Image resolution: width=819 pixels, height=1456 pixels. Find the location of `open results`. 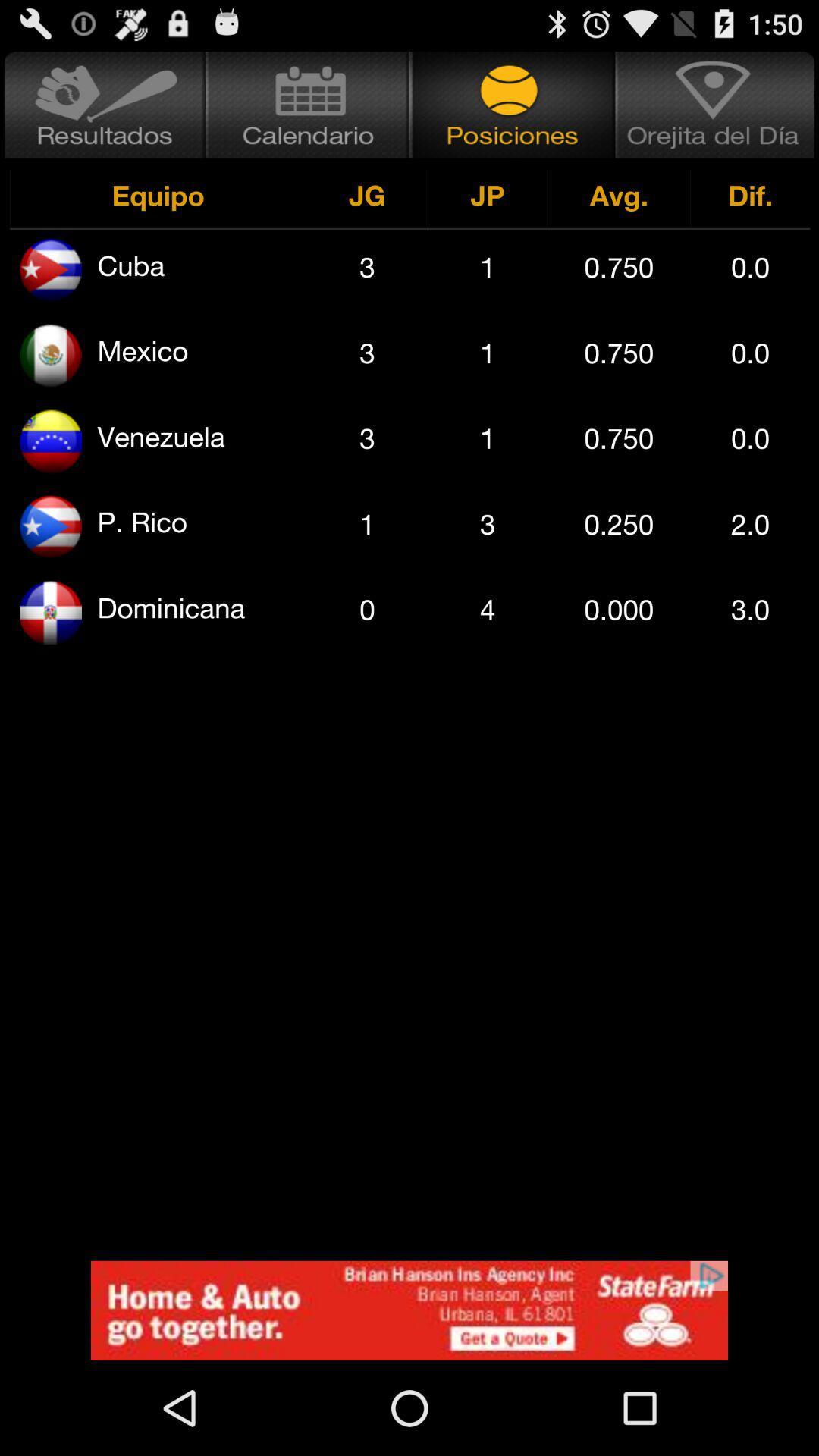

open results is located at coordinates (102, 104).